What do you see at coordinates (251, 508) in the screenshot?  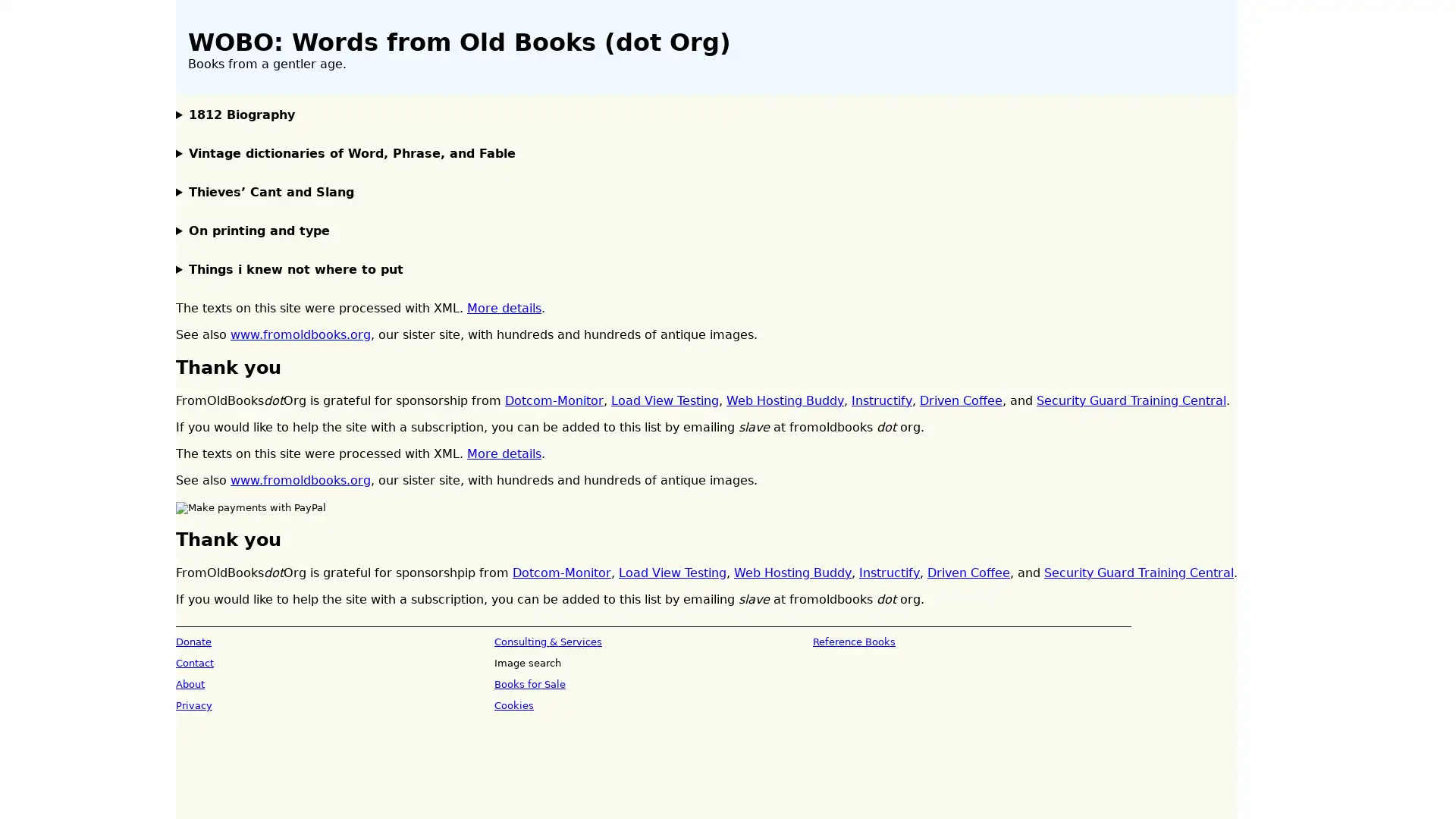 I see `Make payments with PayPal` at bounding box center [251, 508].